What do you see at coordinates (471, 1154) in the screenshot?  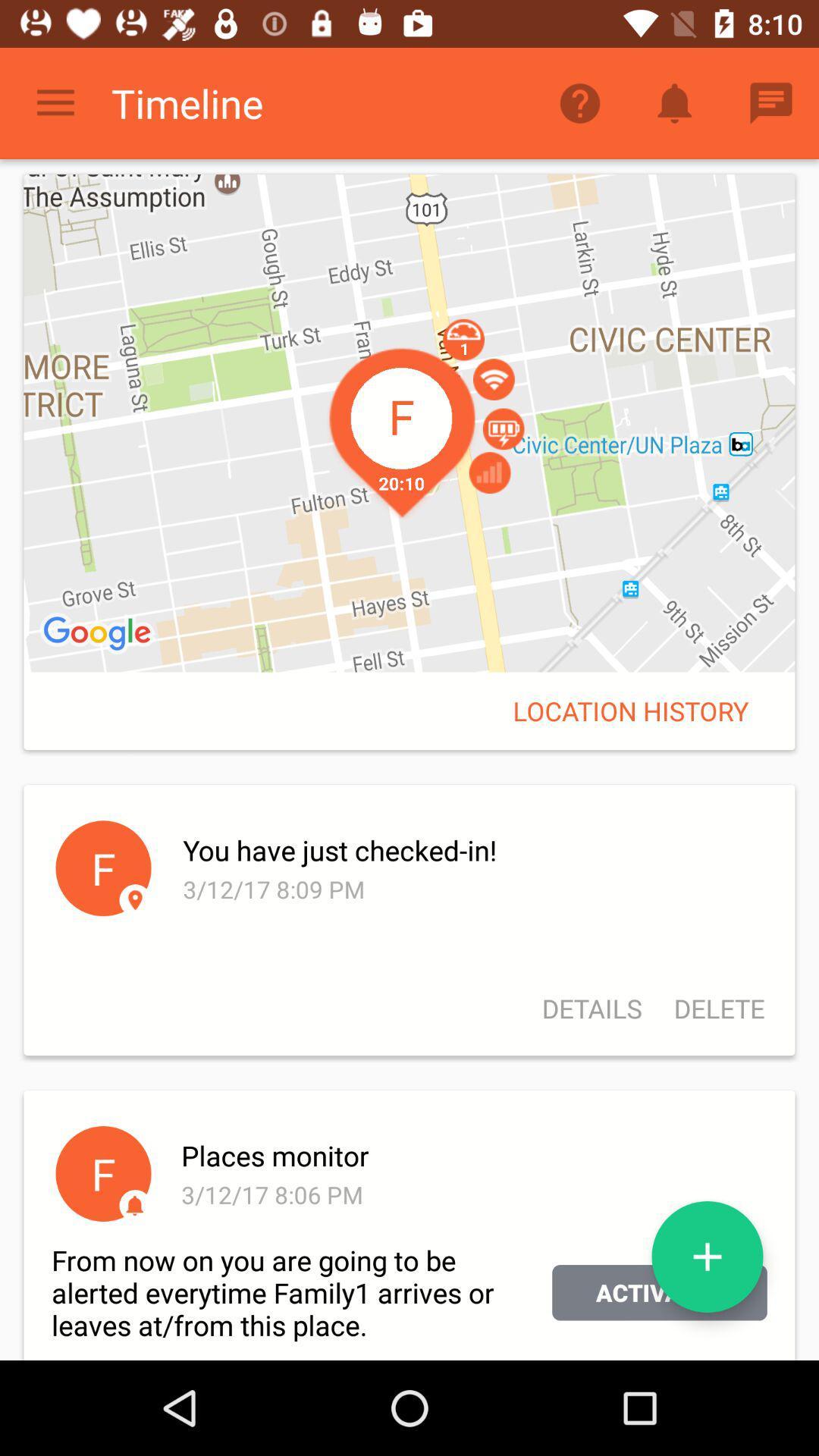 I see `the icon next to the f` at bounding box center [471, 1154].